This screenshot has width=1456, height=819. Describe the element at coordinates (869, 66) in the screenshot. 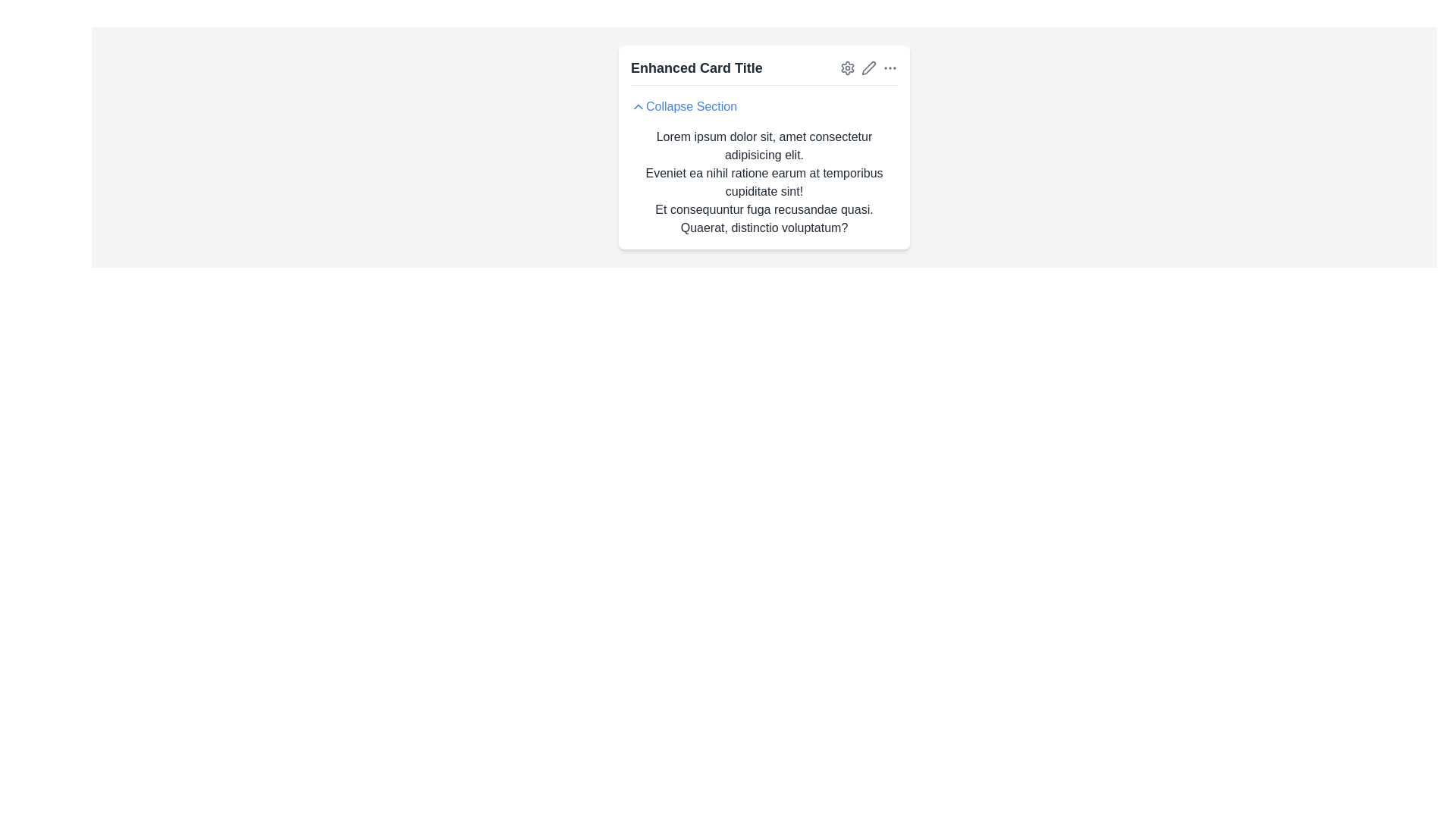

I see `the writing tool icon located in the top right corner of the 'Enhanced Card Title', which triggers an edit feature` at that location.